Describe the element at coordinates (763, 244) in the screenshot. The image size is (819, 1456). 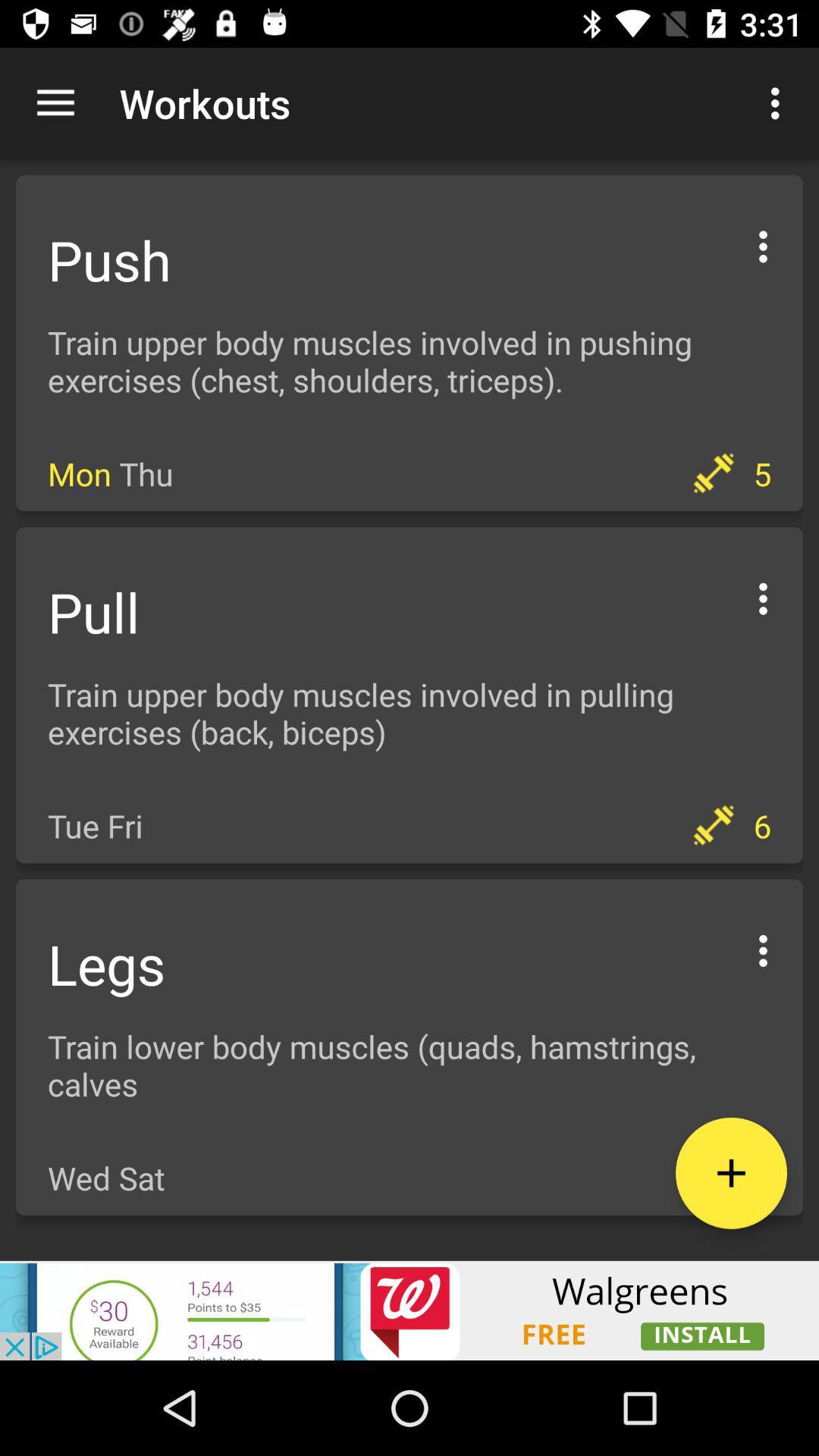
I see `see the options` at that location.